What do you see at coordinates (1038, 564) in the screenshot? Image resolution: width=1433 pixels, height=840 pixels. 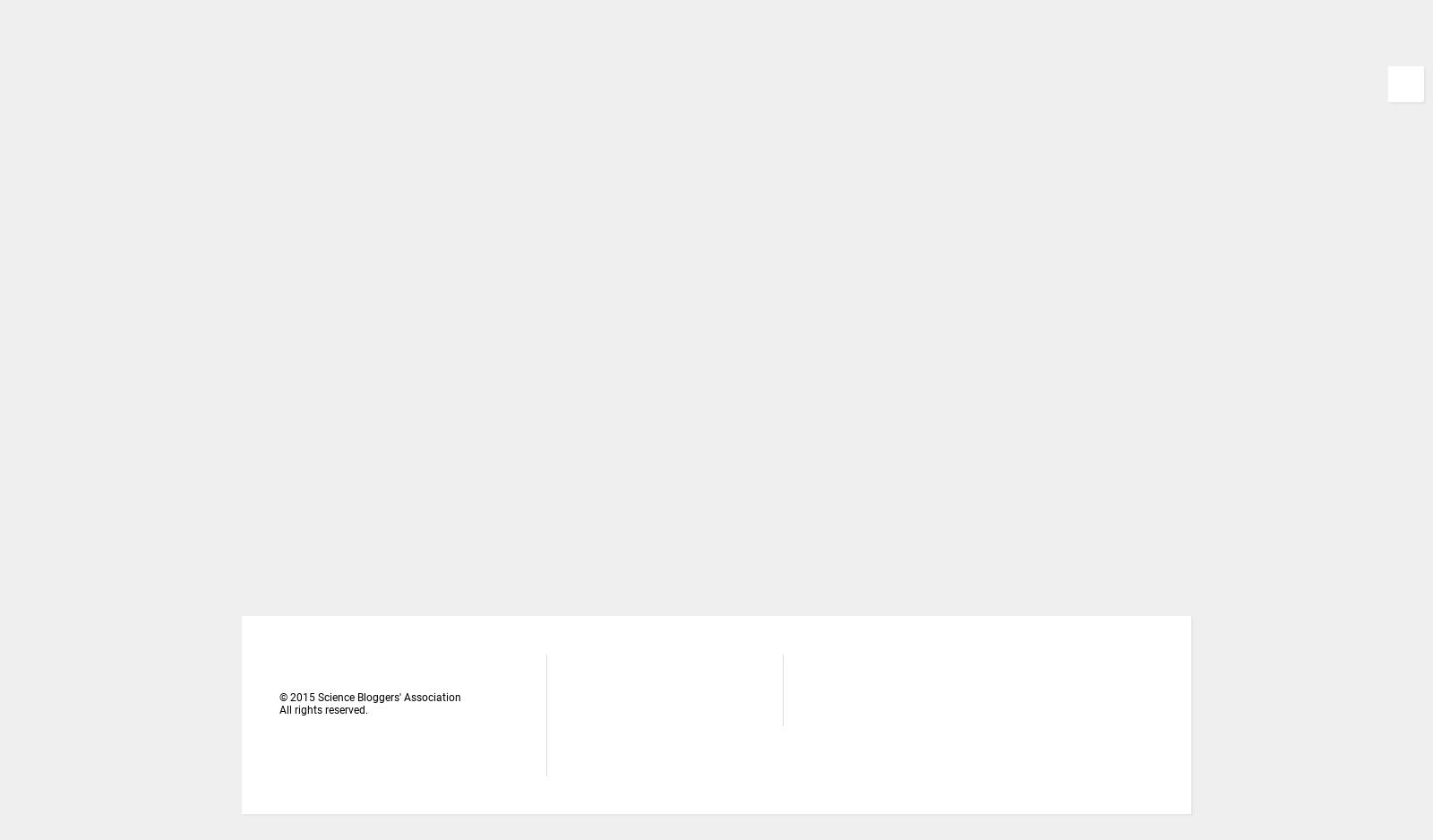 I see `'Dr. Zakir Ali Rajnish'` at bounding box center [1038, 564].